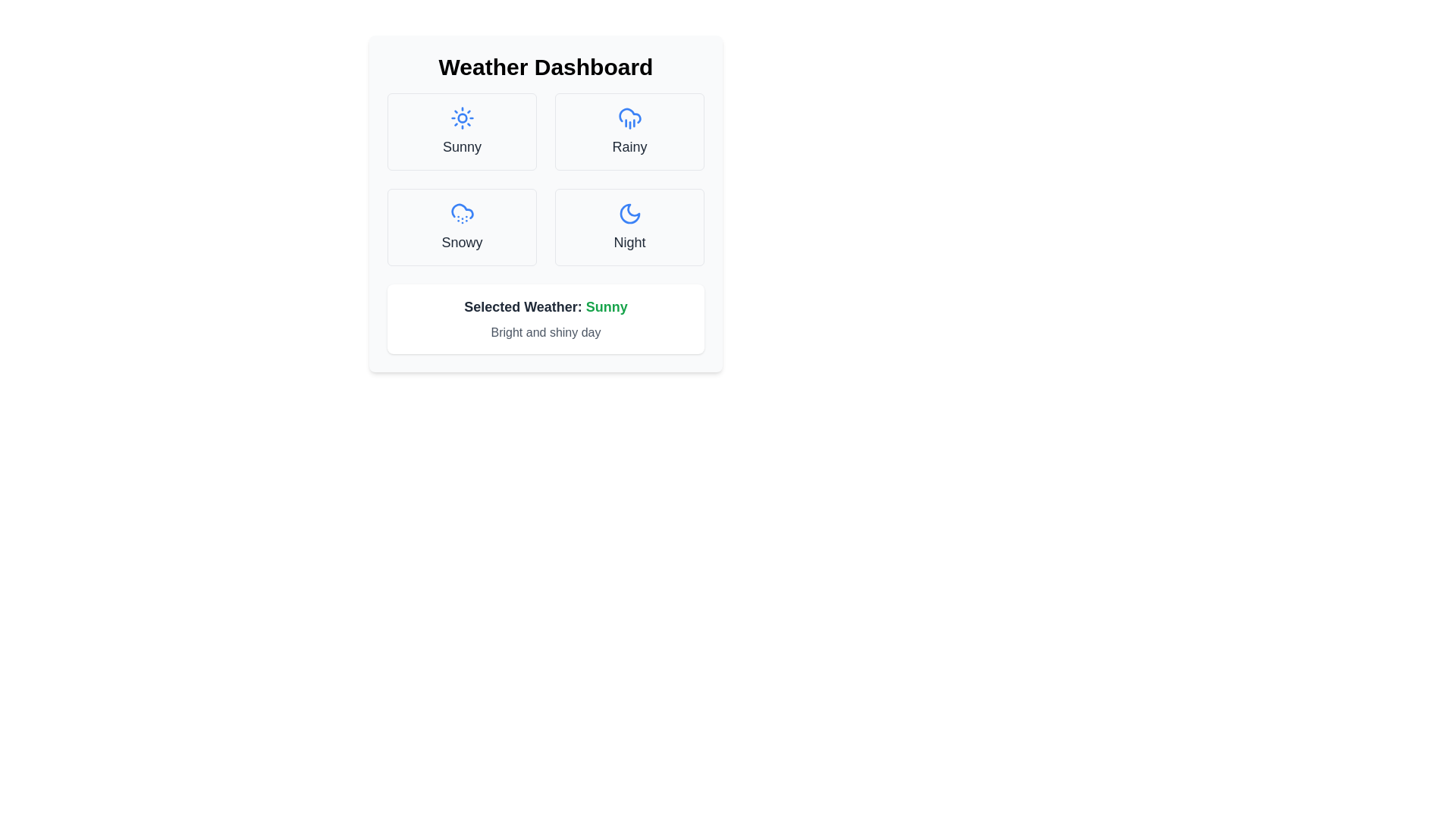 The height and width of the screenshot is (819, 1456). What do you see at coordinates (461, 227) in the screenshot?
I see `the 'Snowy' button located at the bottom-left of the grid layout` at bounding box center [461, 227].